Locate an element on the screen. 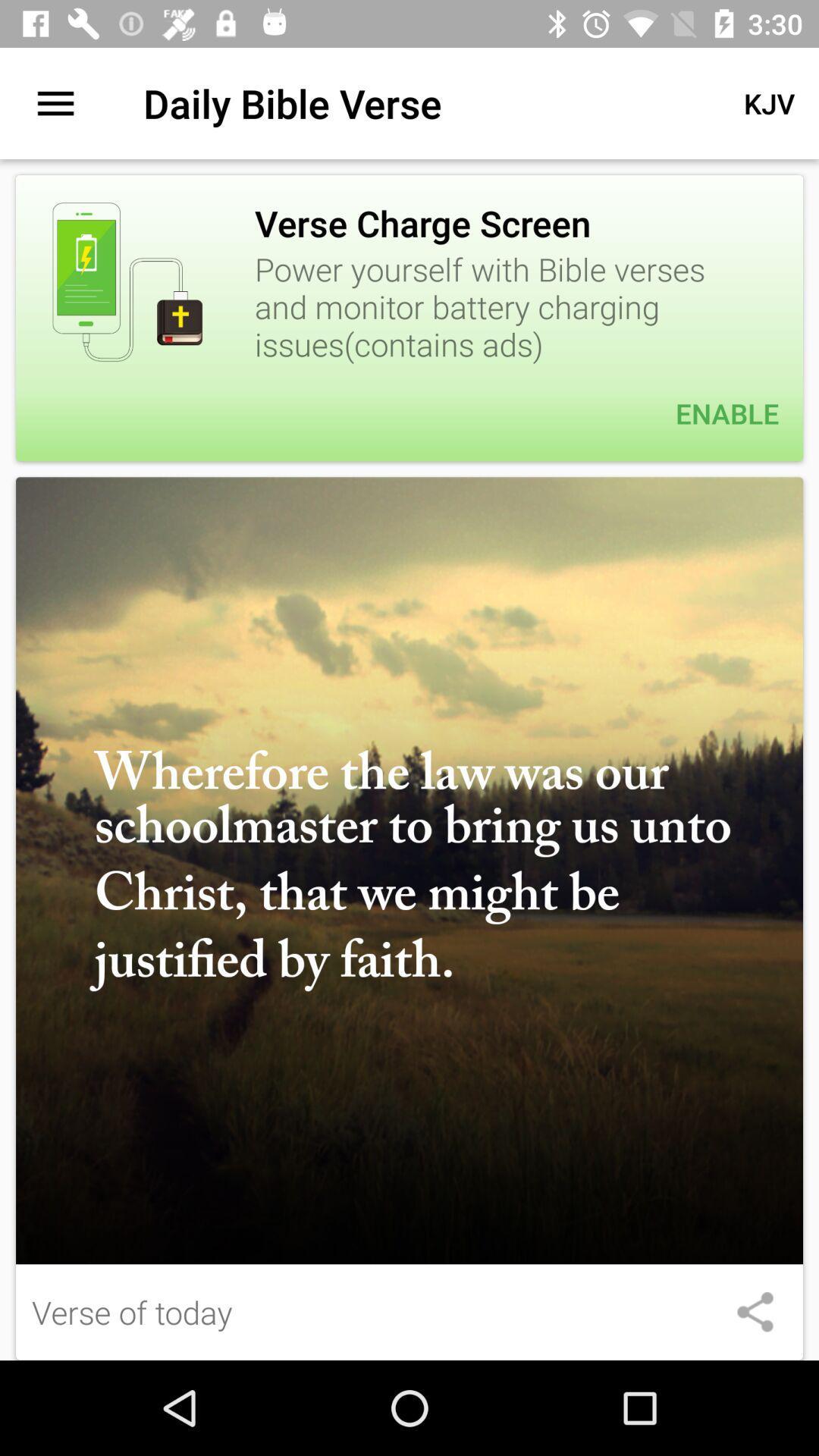 The height and width of the screenshot is (1456, 819). the kjv item is located at coordinates (769, 102).